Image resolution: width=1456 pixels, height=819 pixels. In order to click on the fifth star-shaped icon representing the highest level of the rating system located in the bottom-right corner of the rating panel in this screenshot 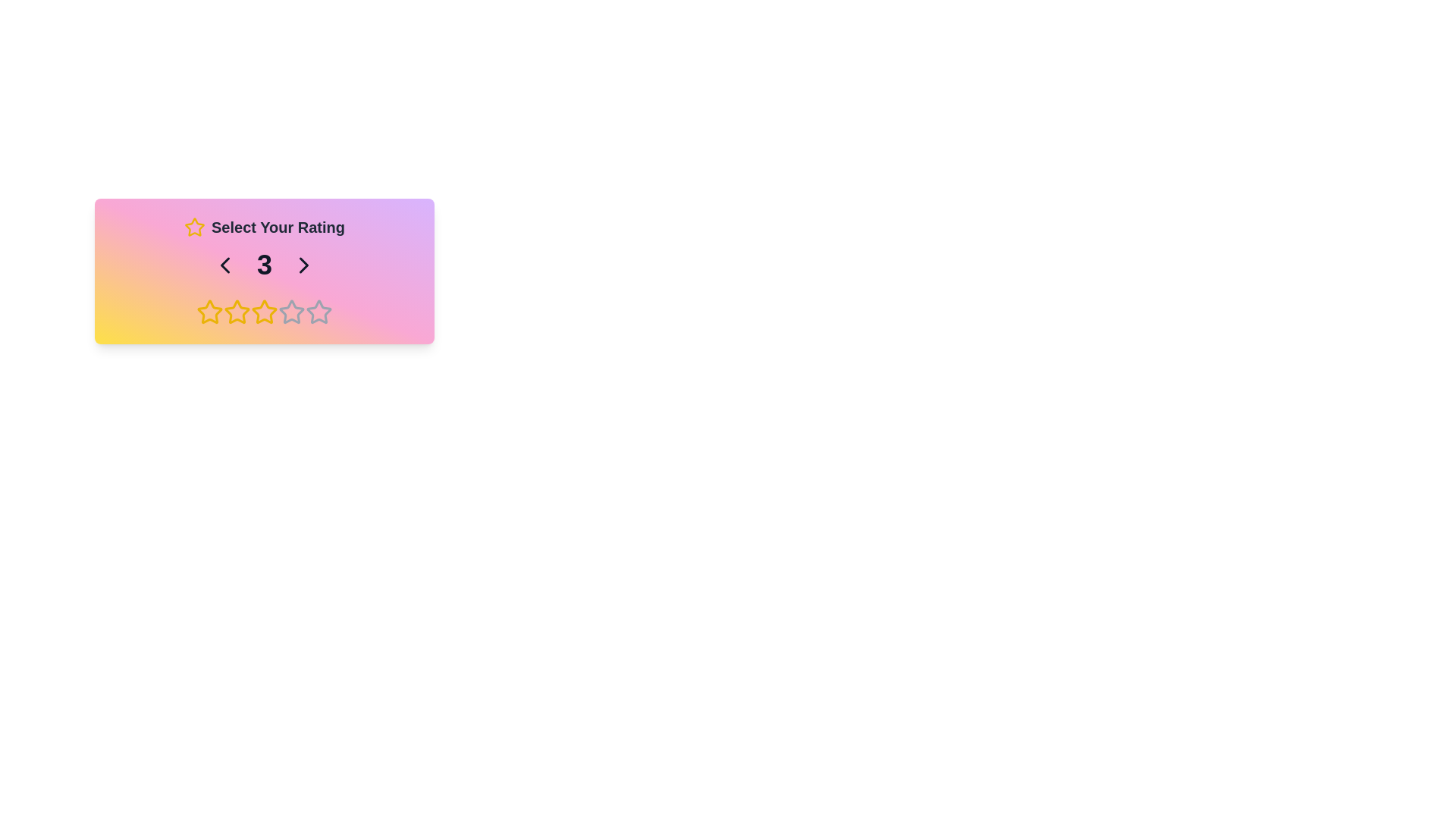, I will do `click(318, 311)`.